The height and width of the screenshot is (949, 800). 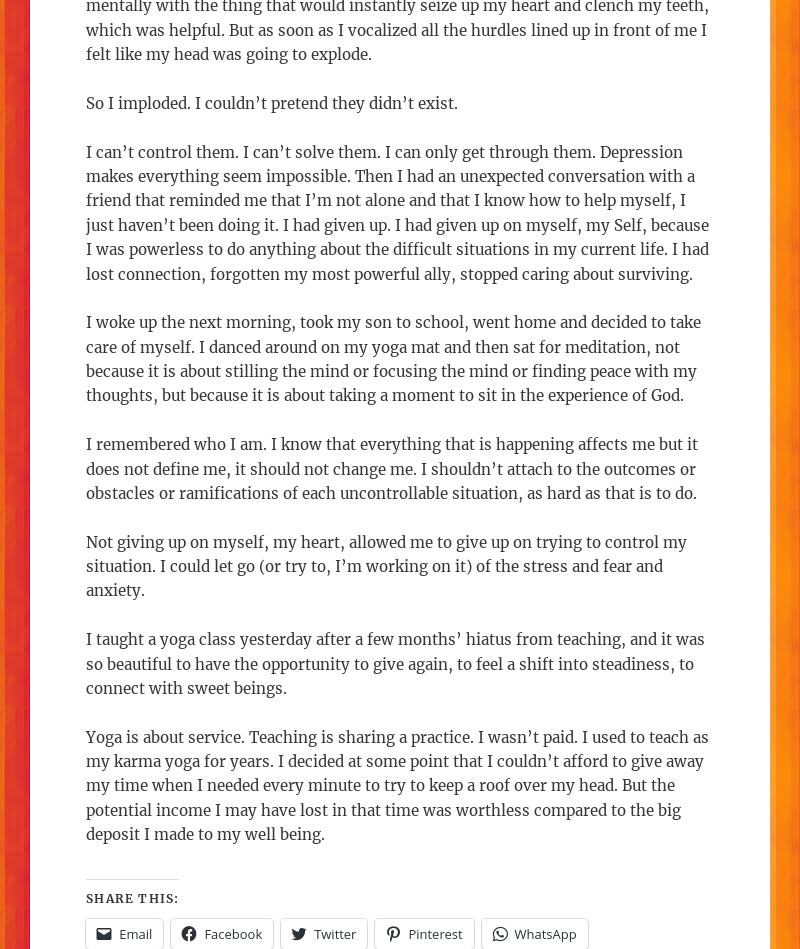 I want to click on 'Not giving up on myself, my heart, allowed me to give up on trying to control my situation. I could let go (or try to, I’m working on it) of the stress and fear and anxiety.', so click(x=385, y=564).